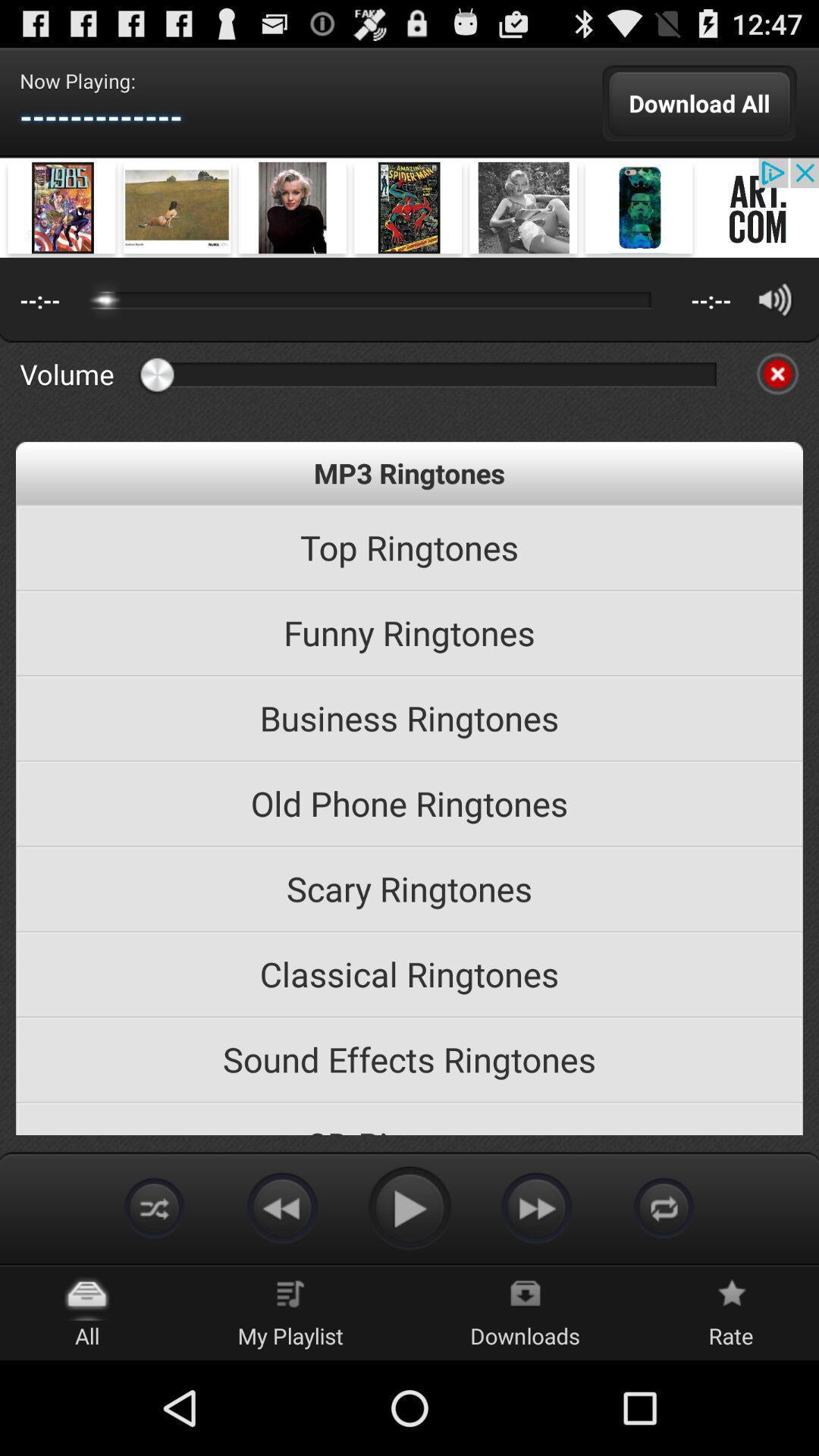 The image size is (819, 1456). I want to click on volume, so click(775, 300).